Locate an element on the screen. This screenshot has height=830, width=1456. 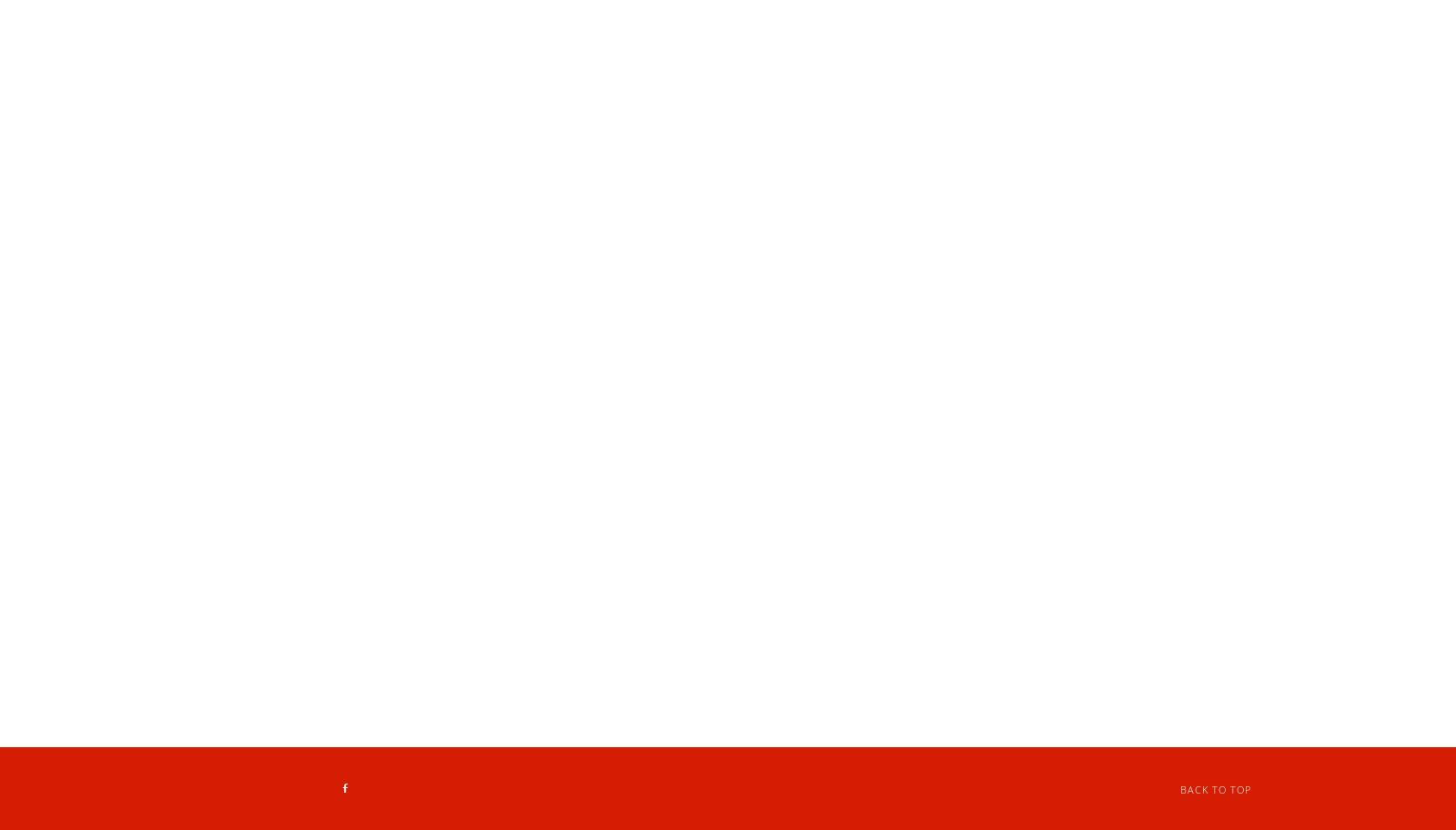
'Flan' is located at coordinates (380, 307).